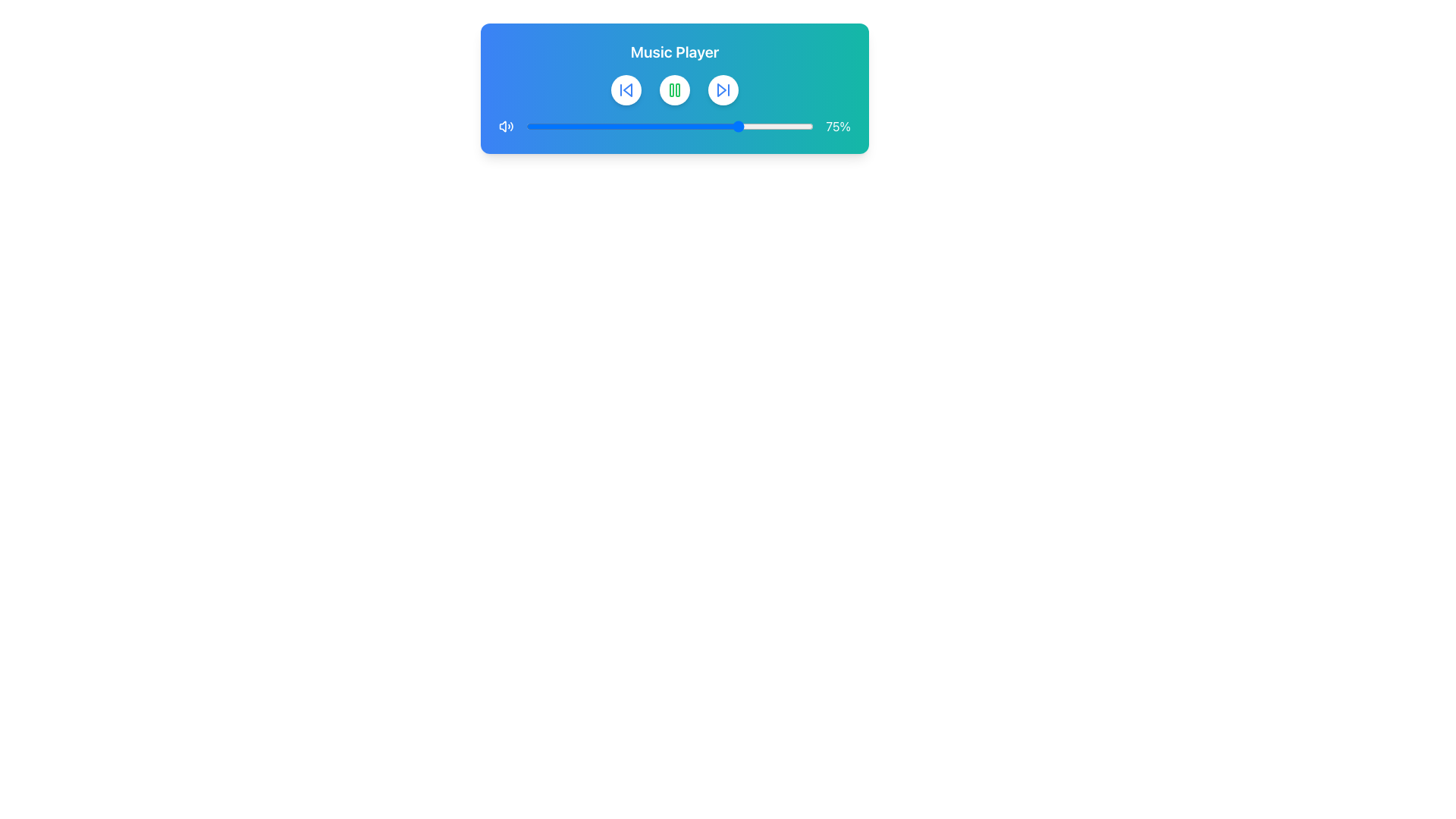  I want to click on the 'Skip Back' button icon located at the leftmost side of the music player control panel to invoke a skip back action, so click(628, 90).